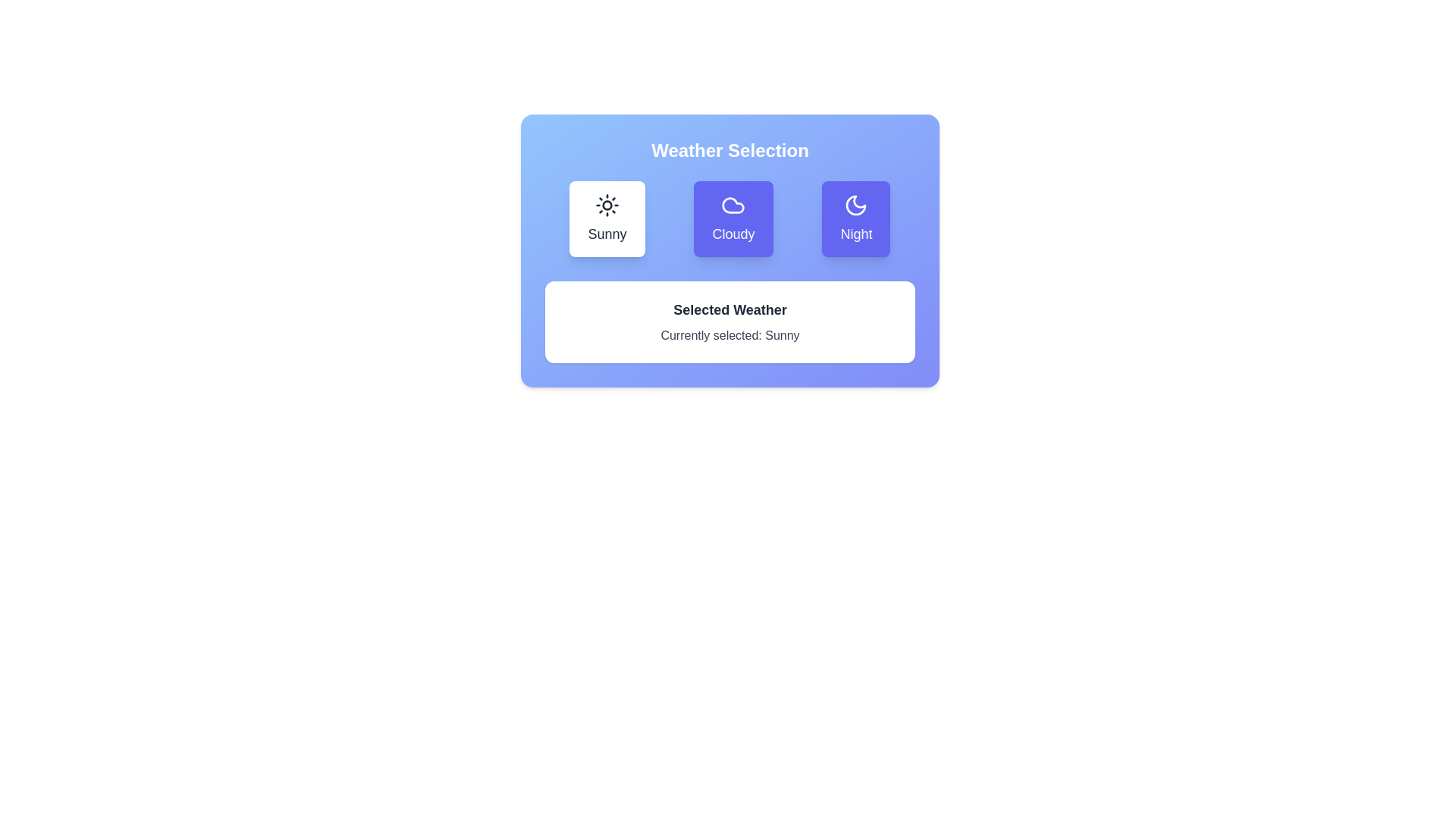  What do you see at coordinates (607, 234) in the screenshot?
I see `text label that describes the 'Sunny' weather condition, positioned below the sun icon in the 'Weather Selection' panel` at bounding box center [607, 234].